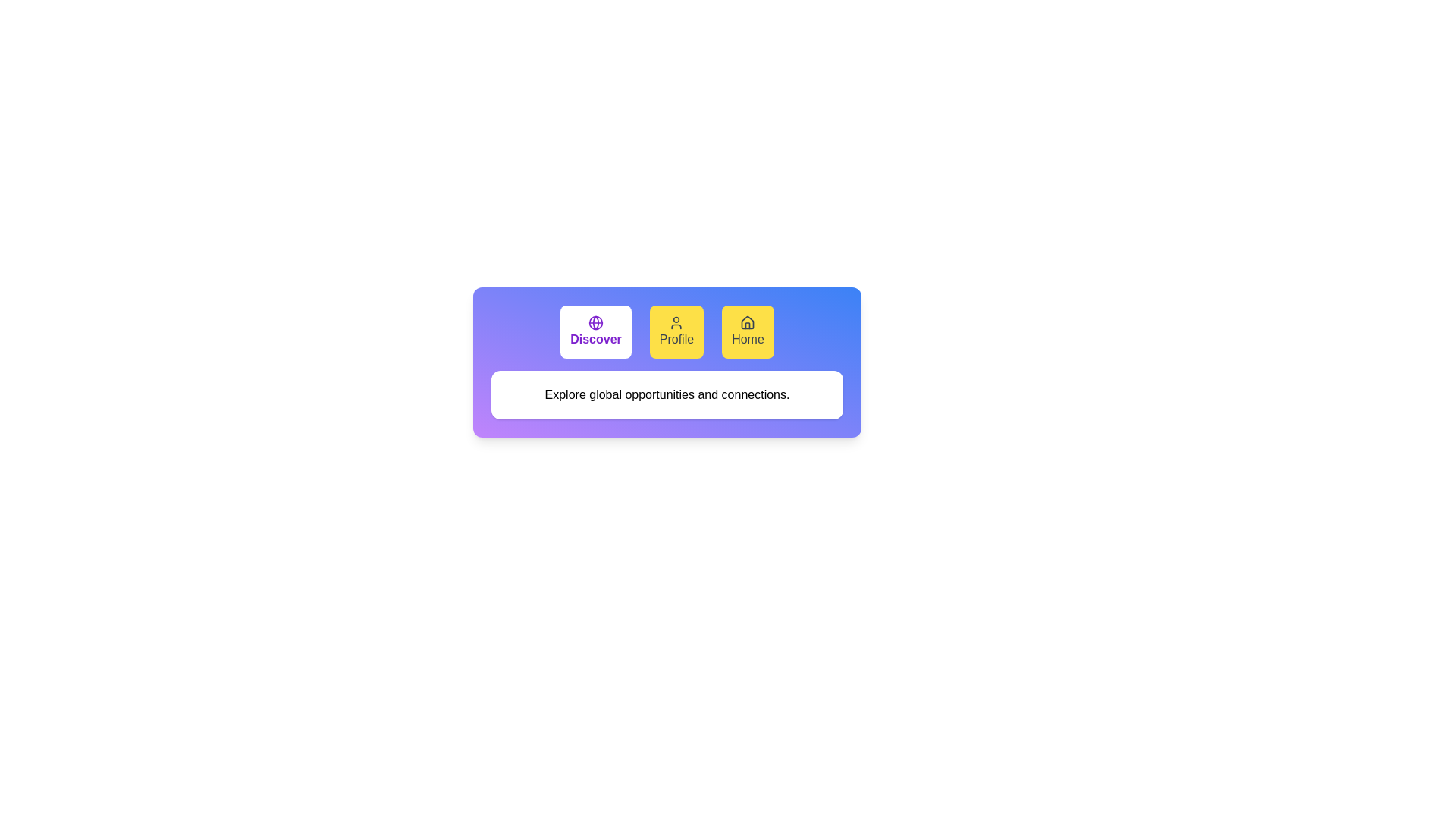  What do you see at coordinates (667, 394) in the screenshot?
I see `the informational Text Block located centrally below the buttons labeled 'Discover', 'Profile', and 'Home', which provides context for global opportunities and connections` at bounding box center [667, 394].